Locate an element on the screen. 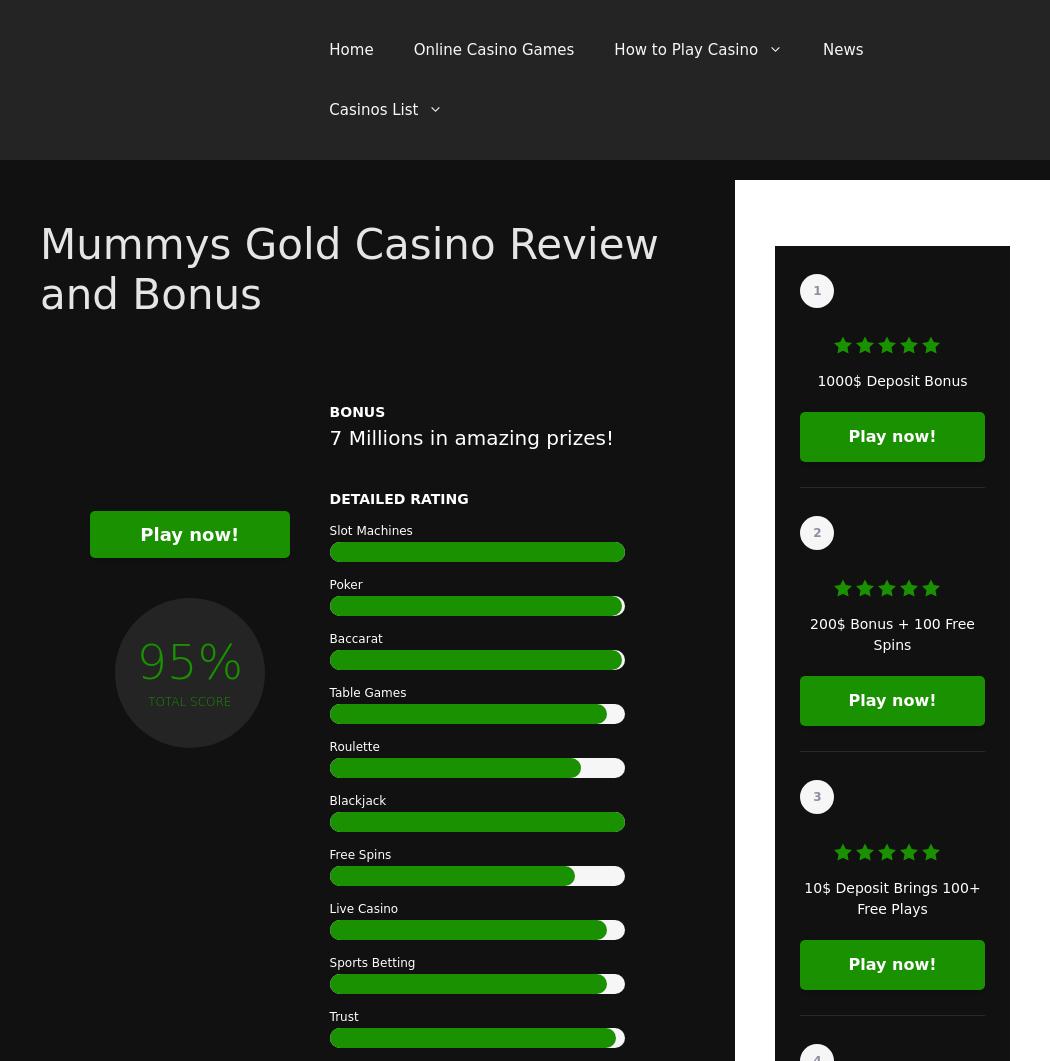  '1000$ Deposit Bonus' is located at coordinates (890, 381).